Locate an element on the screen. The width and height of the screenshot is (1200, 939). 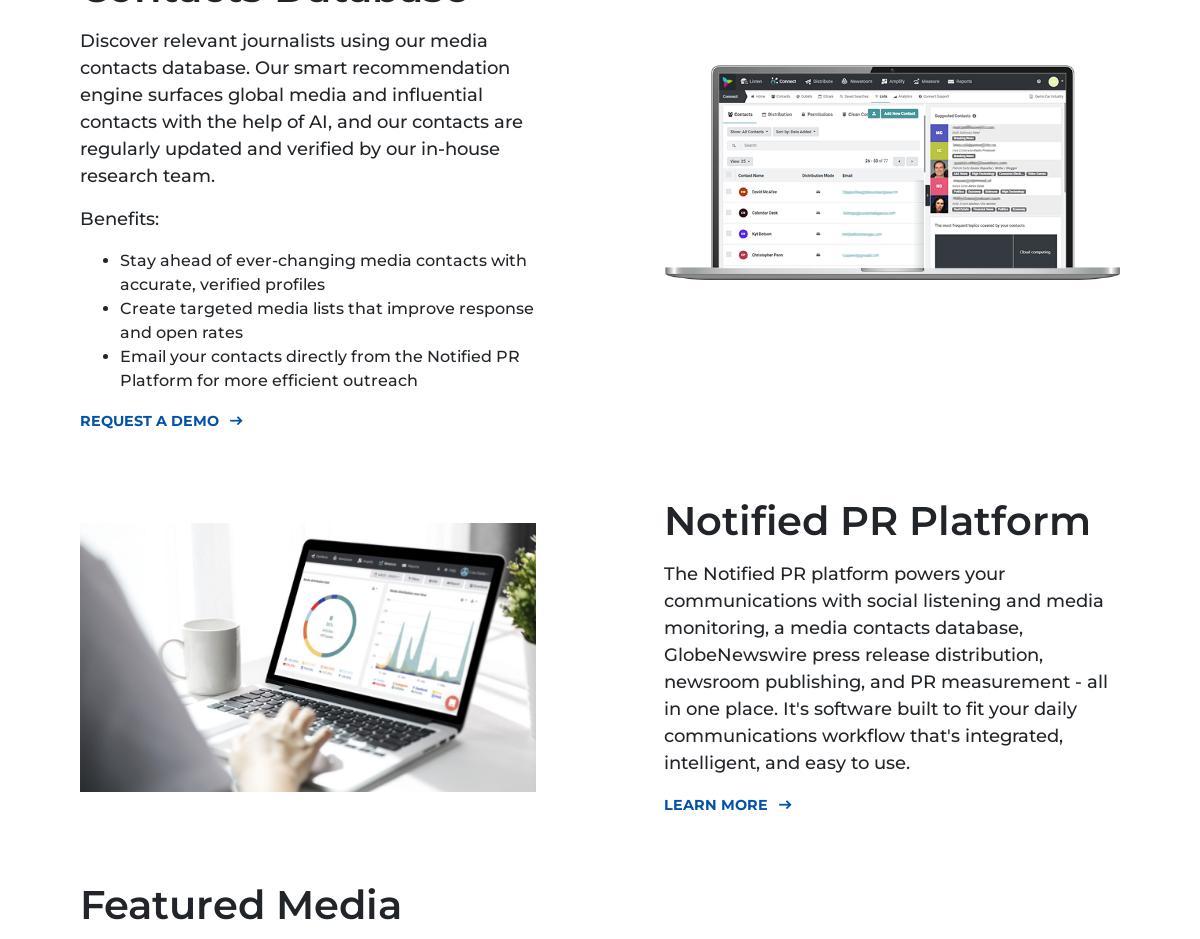
'Stay ahead of ever-changing media contacts with accurate, verified profiles' is located at coordinates (323, 271).